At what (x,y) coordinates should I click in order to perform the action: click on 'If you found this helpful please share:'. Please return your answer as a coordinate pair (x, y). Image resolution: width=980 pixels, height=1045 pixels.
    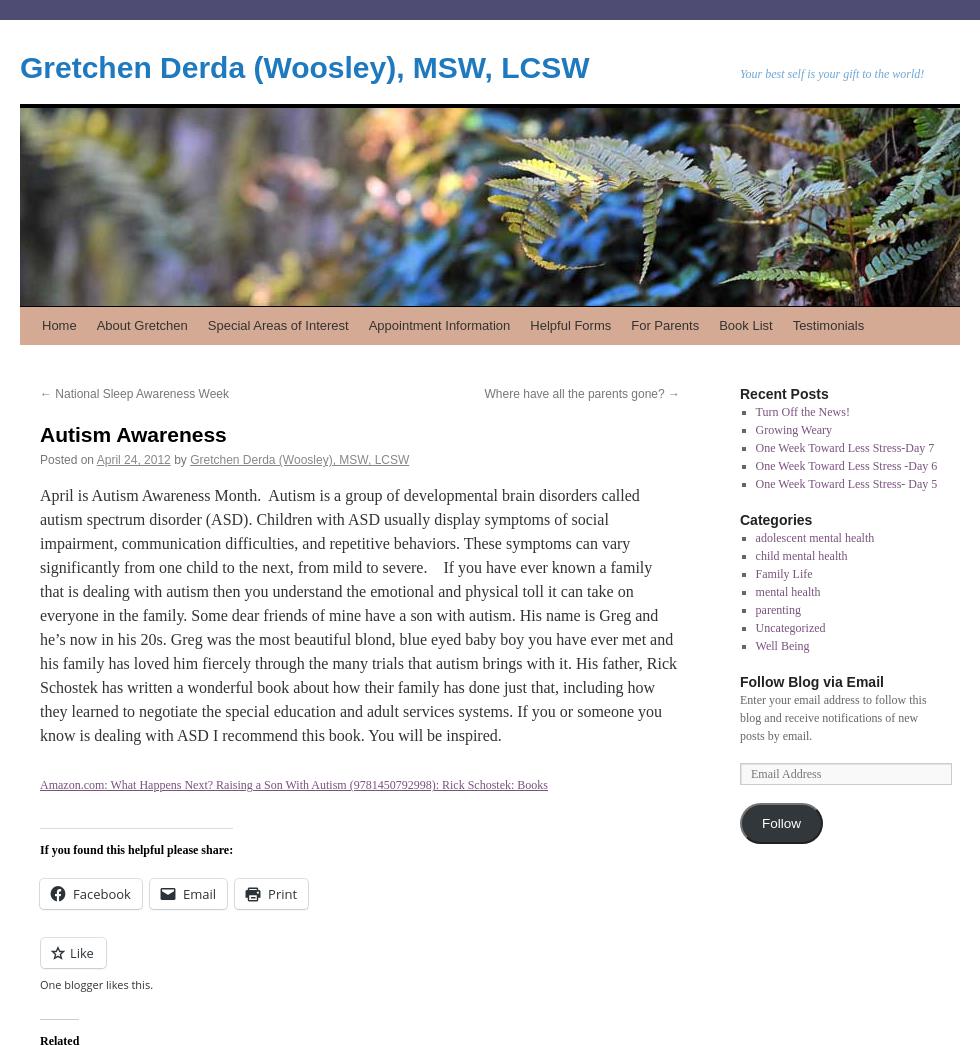
    Looking at the image, I should click on (136, 849).